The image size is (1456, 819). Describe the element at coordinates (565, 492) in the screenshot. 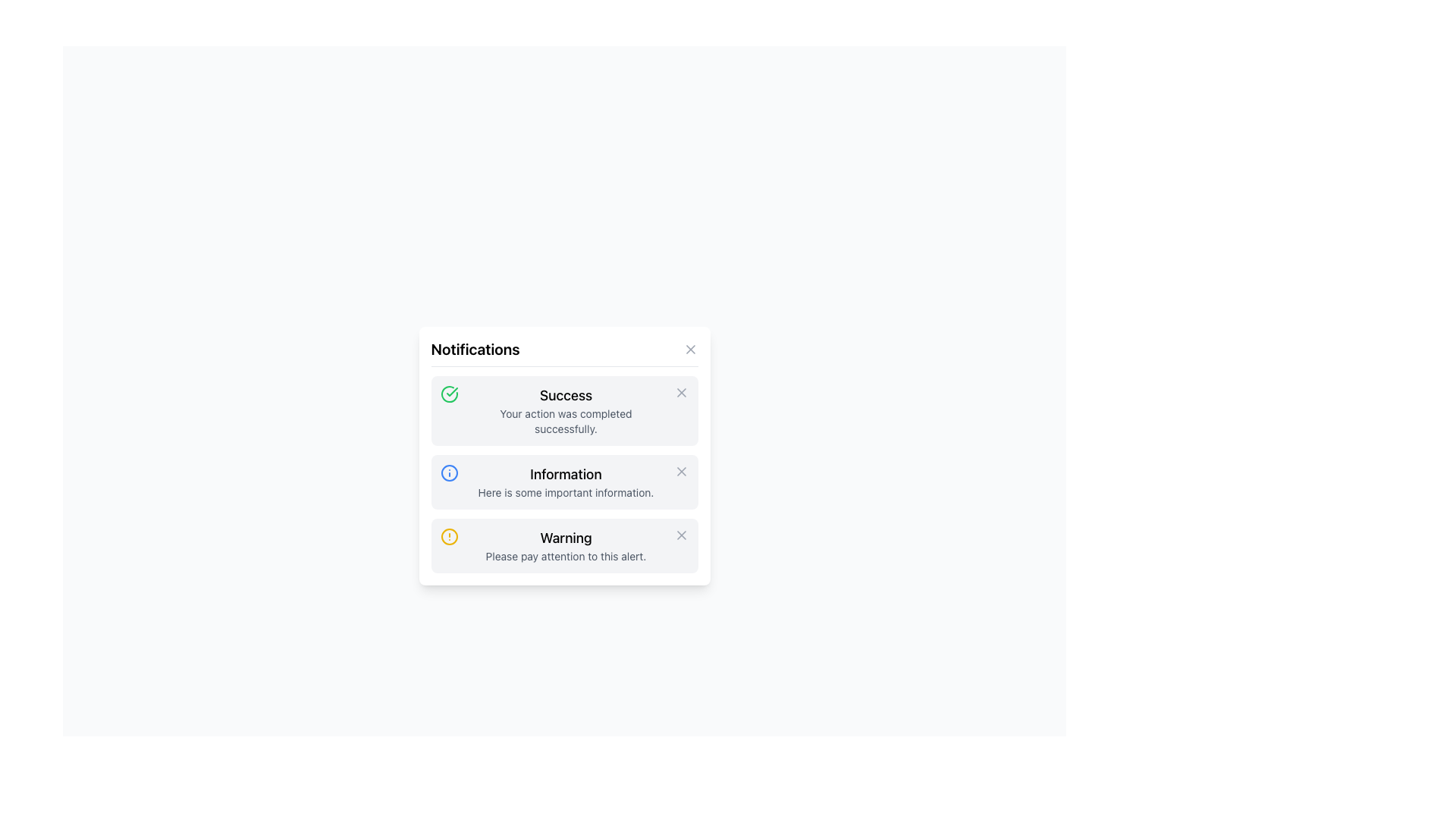

I see `text 'Here is some important information.' located in the 'Information' notification box, positioned below the bold text 'Information'` at that location.